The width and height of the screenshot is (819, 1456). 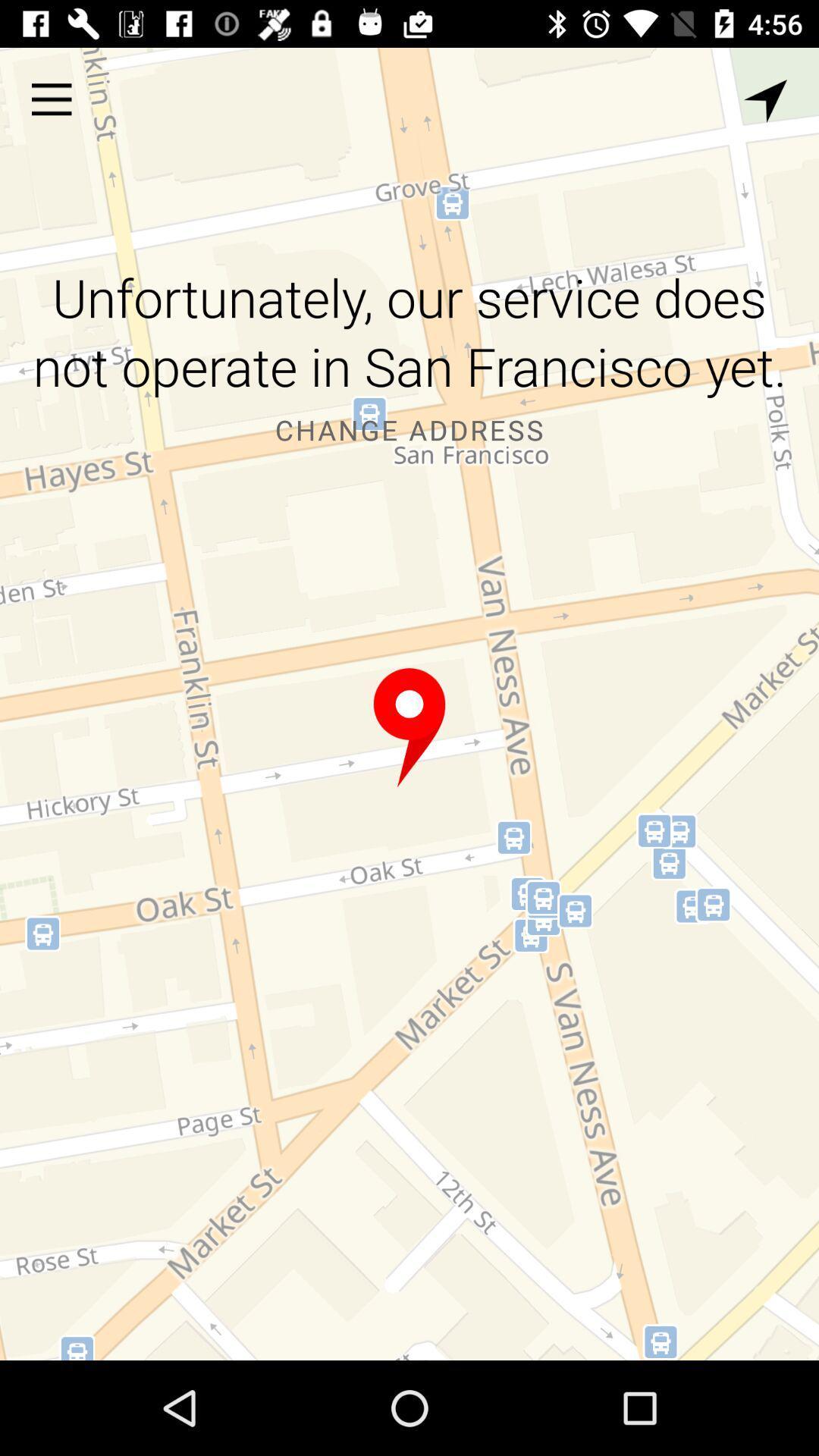 What do you see at coordinates (51, 99) in the screenshot?
I see `menu section` at bounding box center [51, 99].